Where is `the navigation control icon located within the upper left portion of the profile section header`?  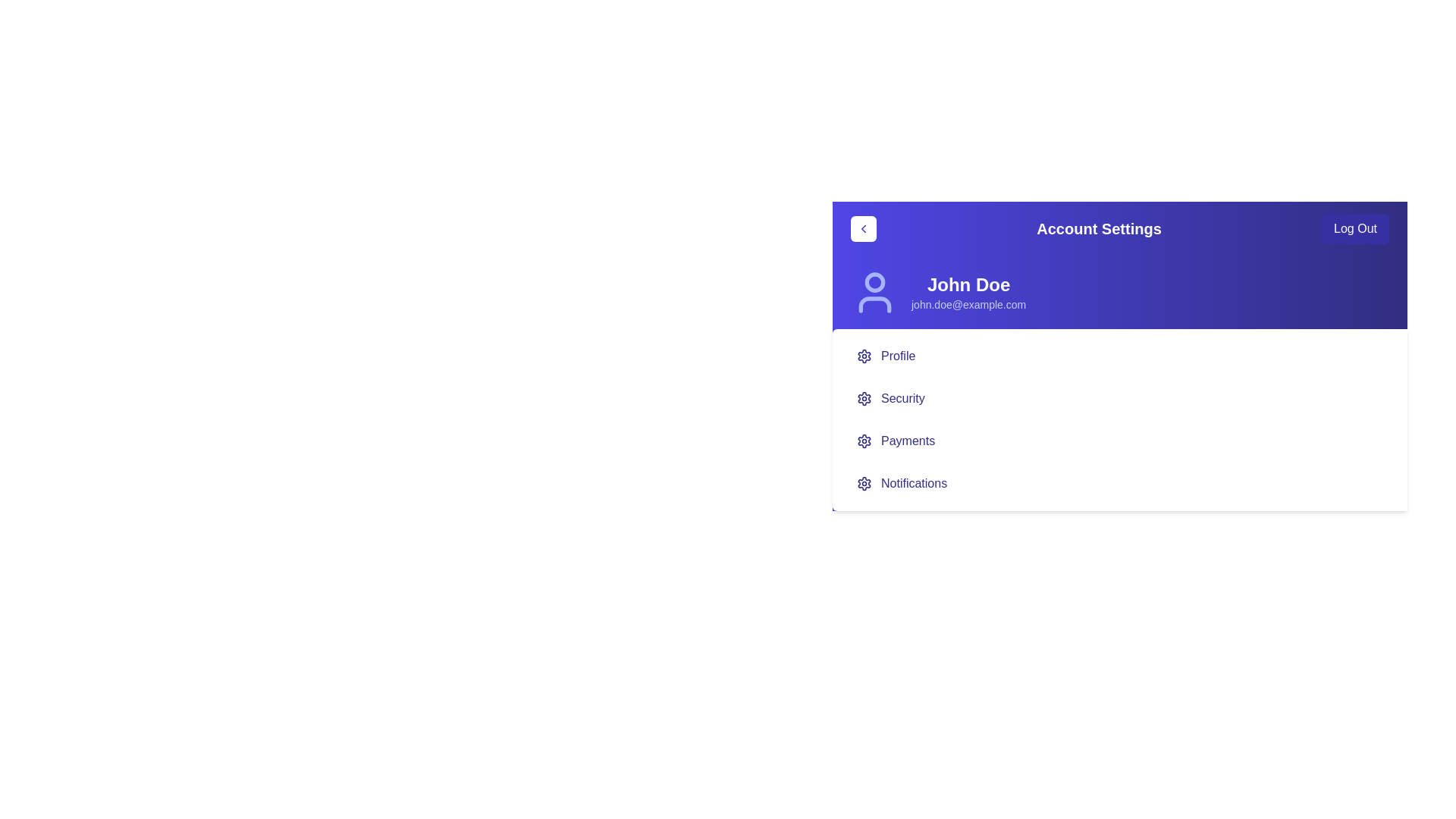 the navigation control icon located within the upper left portion of the profile section header is located at coordinates (863, 228).